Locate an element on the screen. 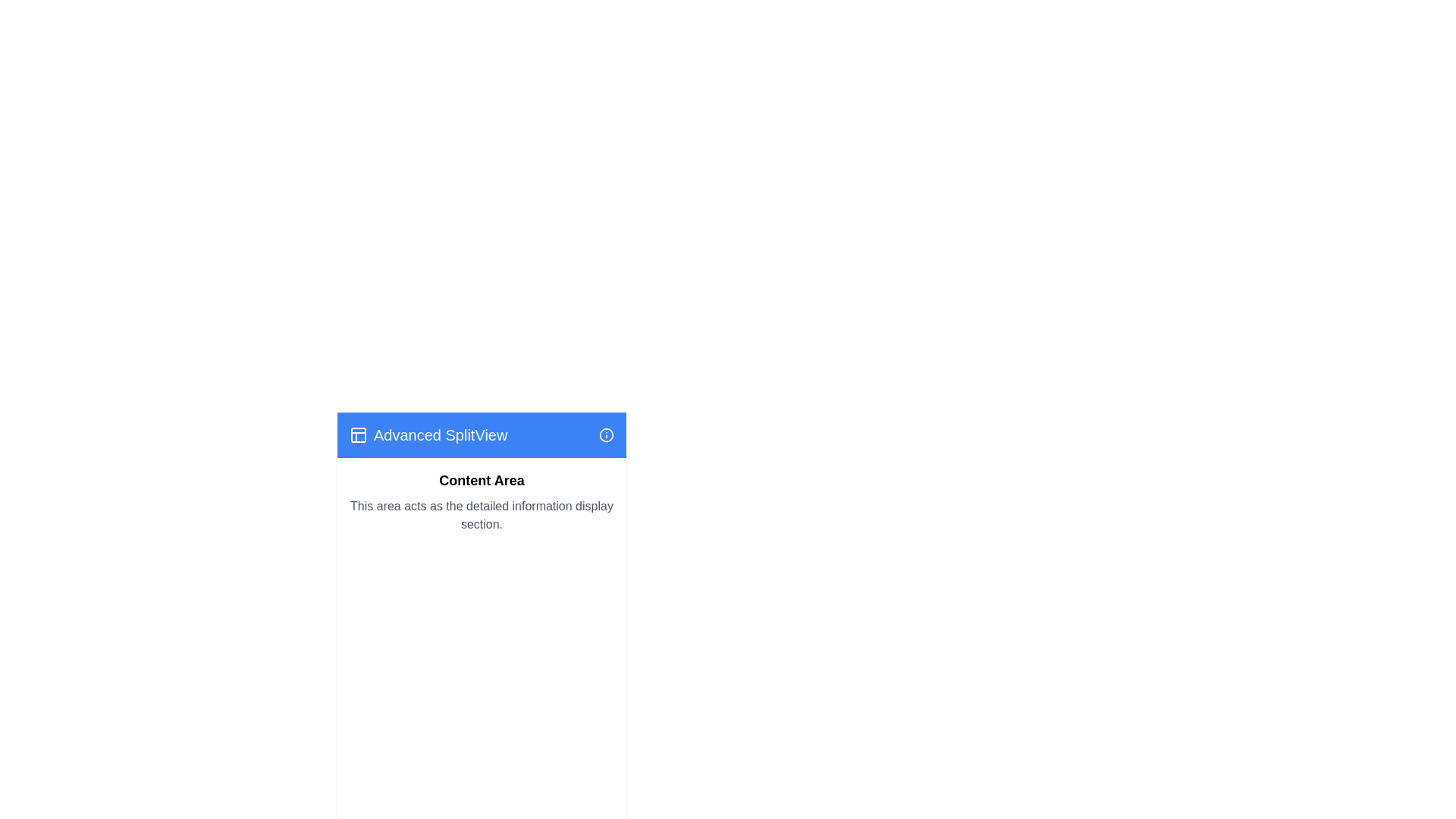 Image resolution: width=1456 pixels, height=819 pixels. text content of the text label displaying 'This area acts as the detailed information display section.' which is located below the 'Content Area' text label is located at coordinates (481, 514).